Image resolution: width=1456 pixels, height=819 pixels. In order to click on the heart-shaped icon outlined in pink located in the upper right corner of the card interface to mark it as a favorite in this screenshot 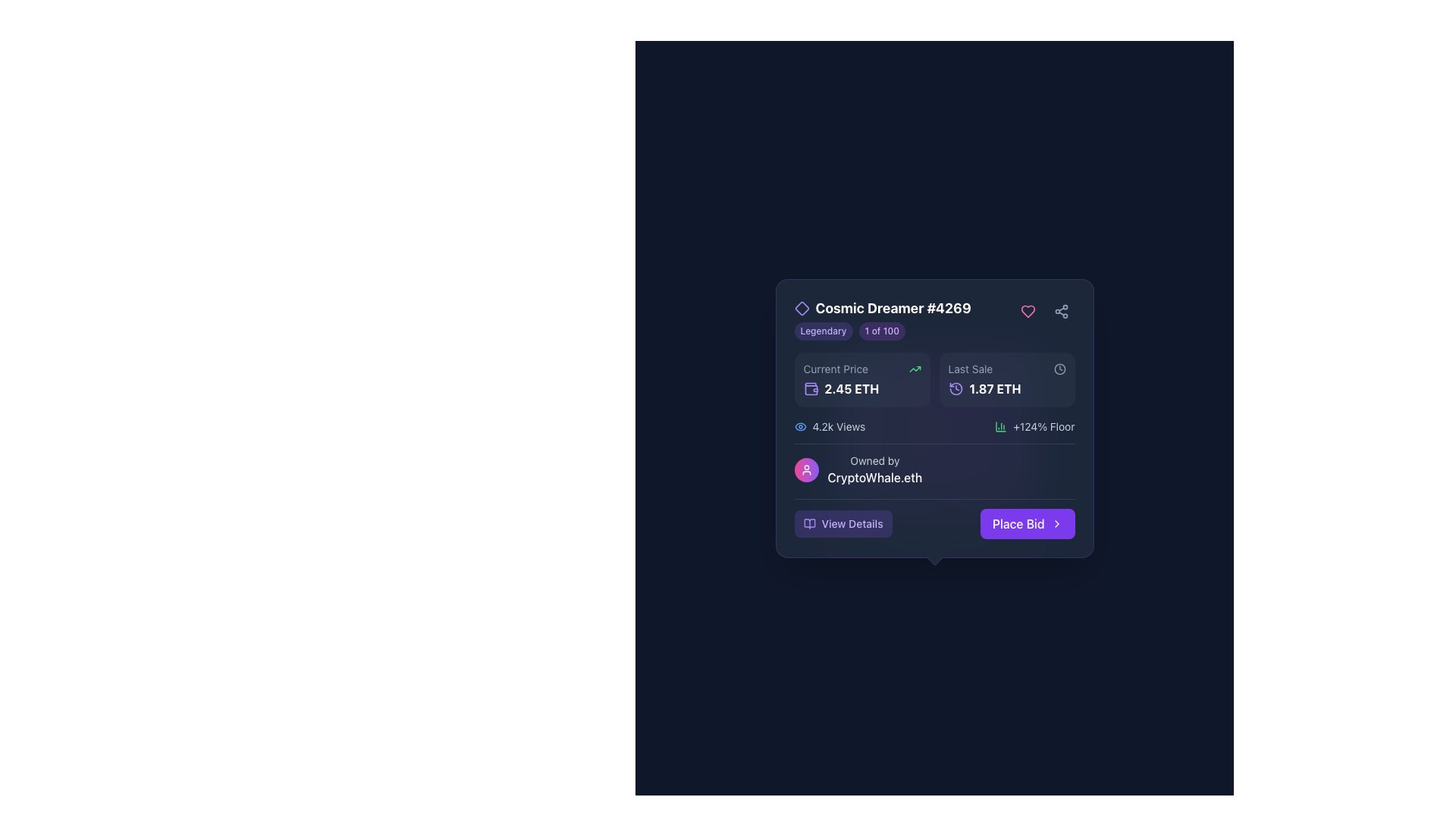, I will do `click(1028, 311)`.